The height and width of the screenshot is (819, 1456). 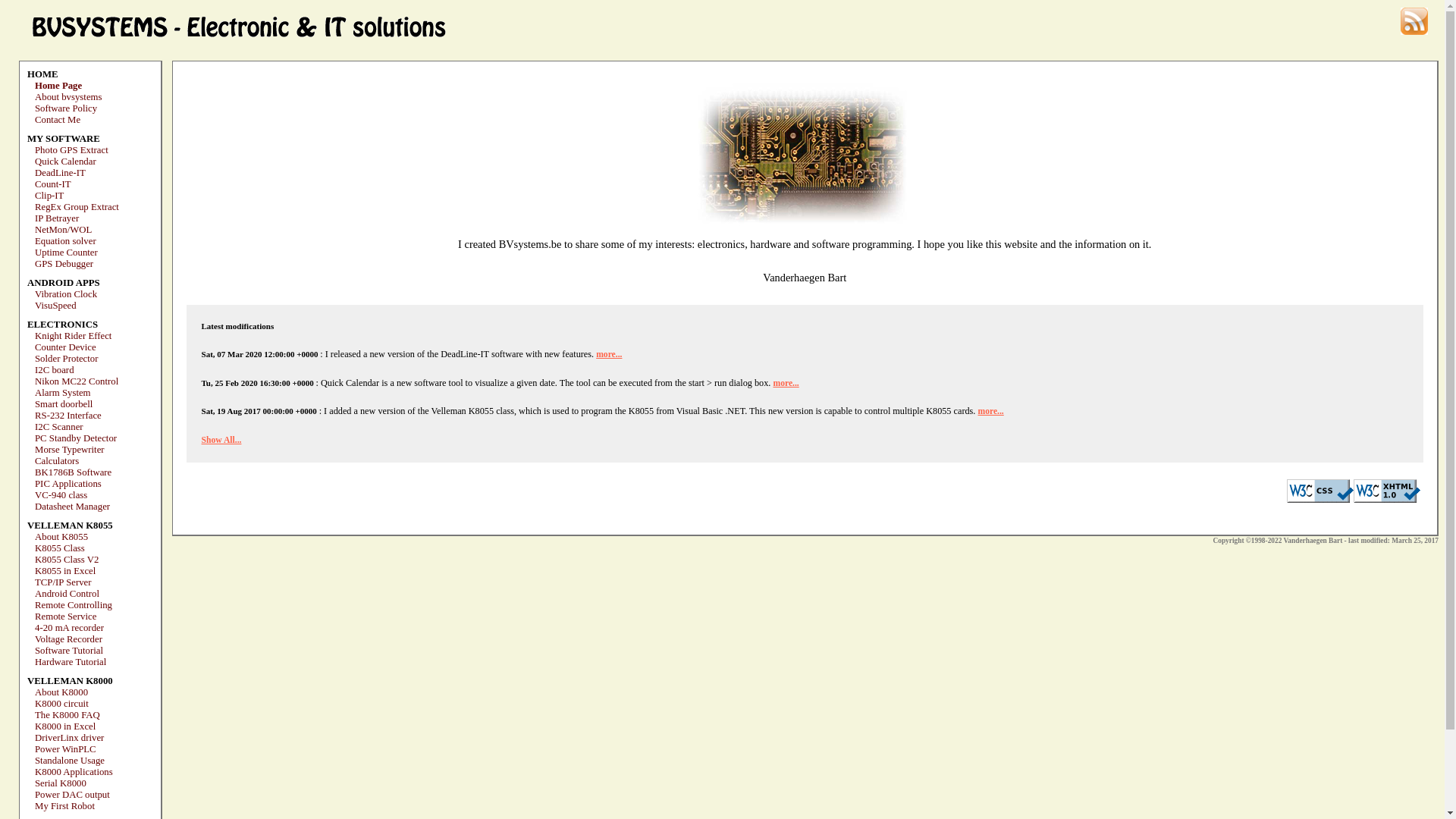 I want to click on 'Power WinPLC', so click(x=35, y=748).